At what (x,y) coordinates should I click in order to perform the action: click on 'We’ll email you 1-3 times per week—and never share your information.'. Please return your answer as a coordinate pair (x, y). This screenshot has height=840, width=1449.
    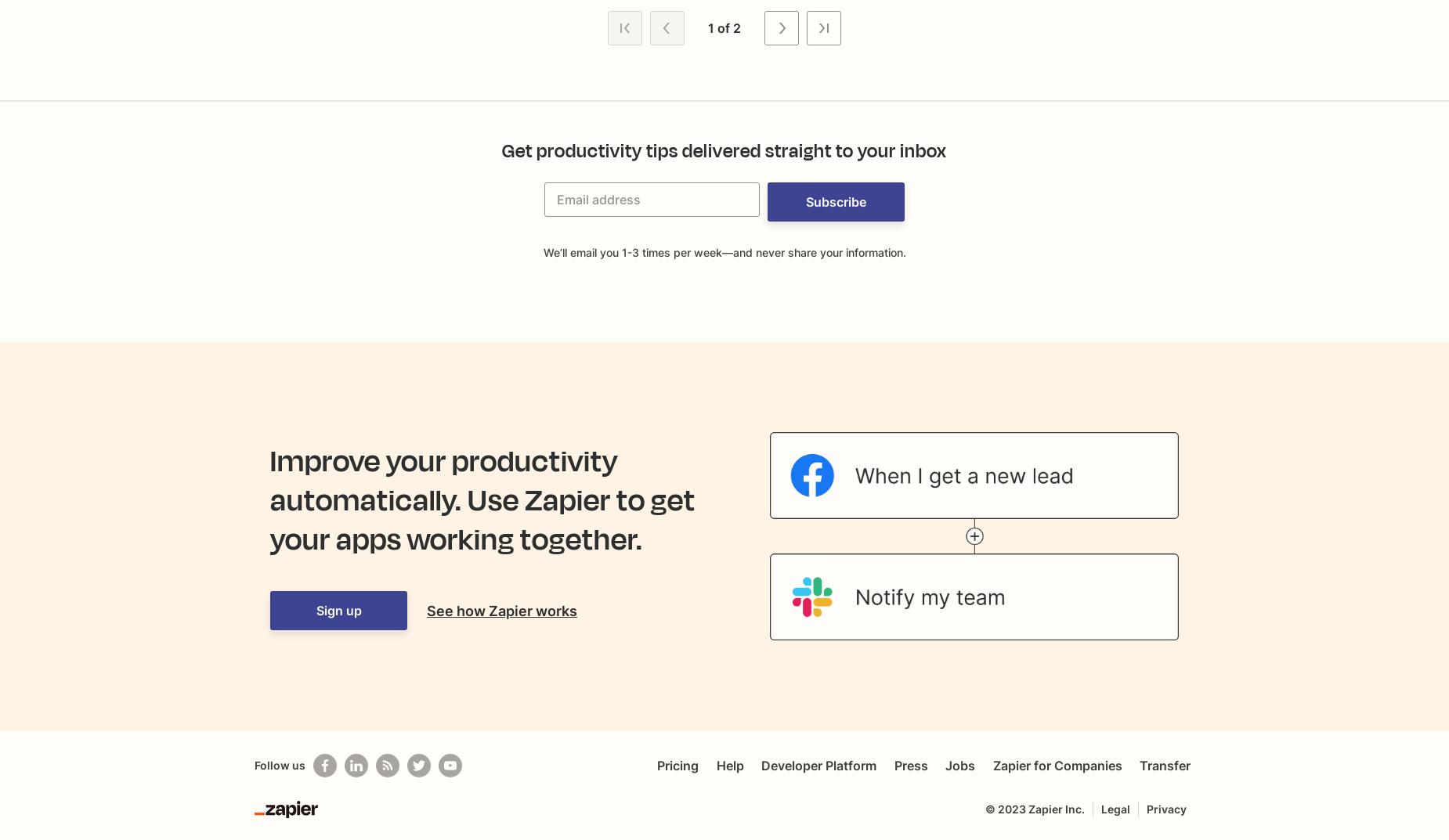
    Looking at the image, I should click on (724, 252).